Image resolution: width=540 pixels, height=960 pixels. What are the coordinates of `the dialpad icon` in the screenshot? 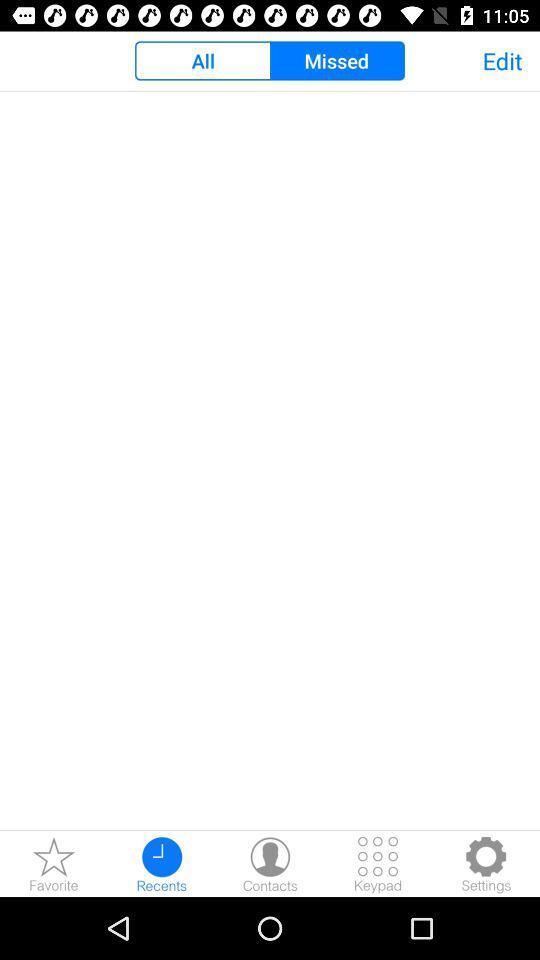 It's located at (378, 863).